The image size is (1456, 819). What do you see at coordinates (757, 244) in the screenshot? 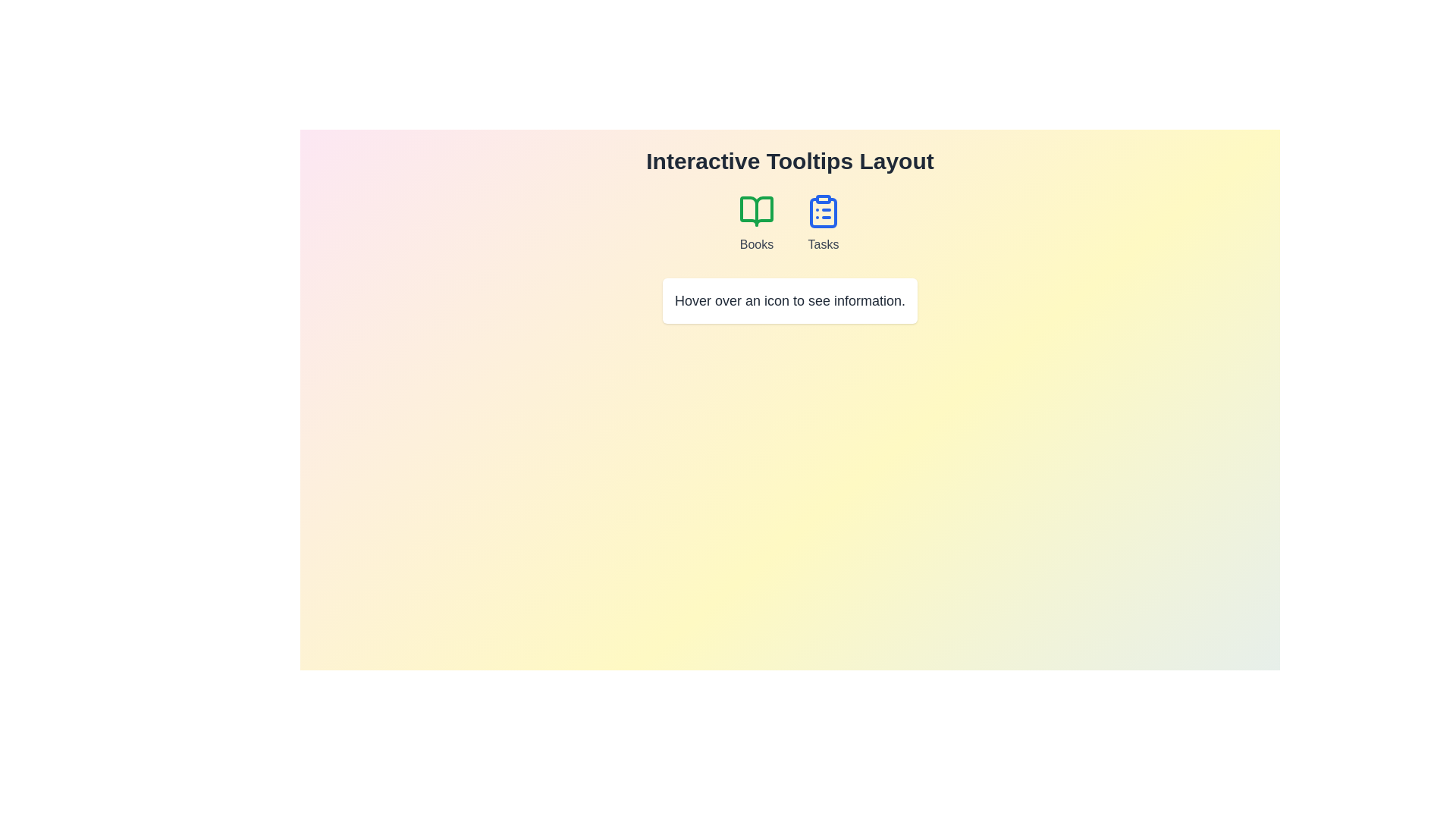
I see `the Text label that describes the 'Books' icon, which is positioned directly below the open book icon with a green outline` at bounding box center [757, 244].